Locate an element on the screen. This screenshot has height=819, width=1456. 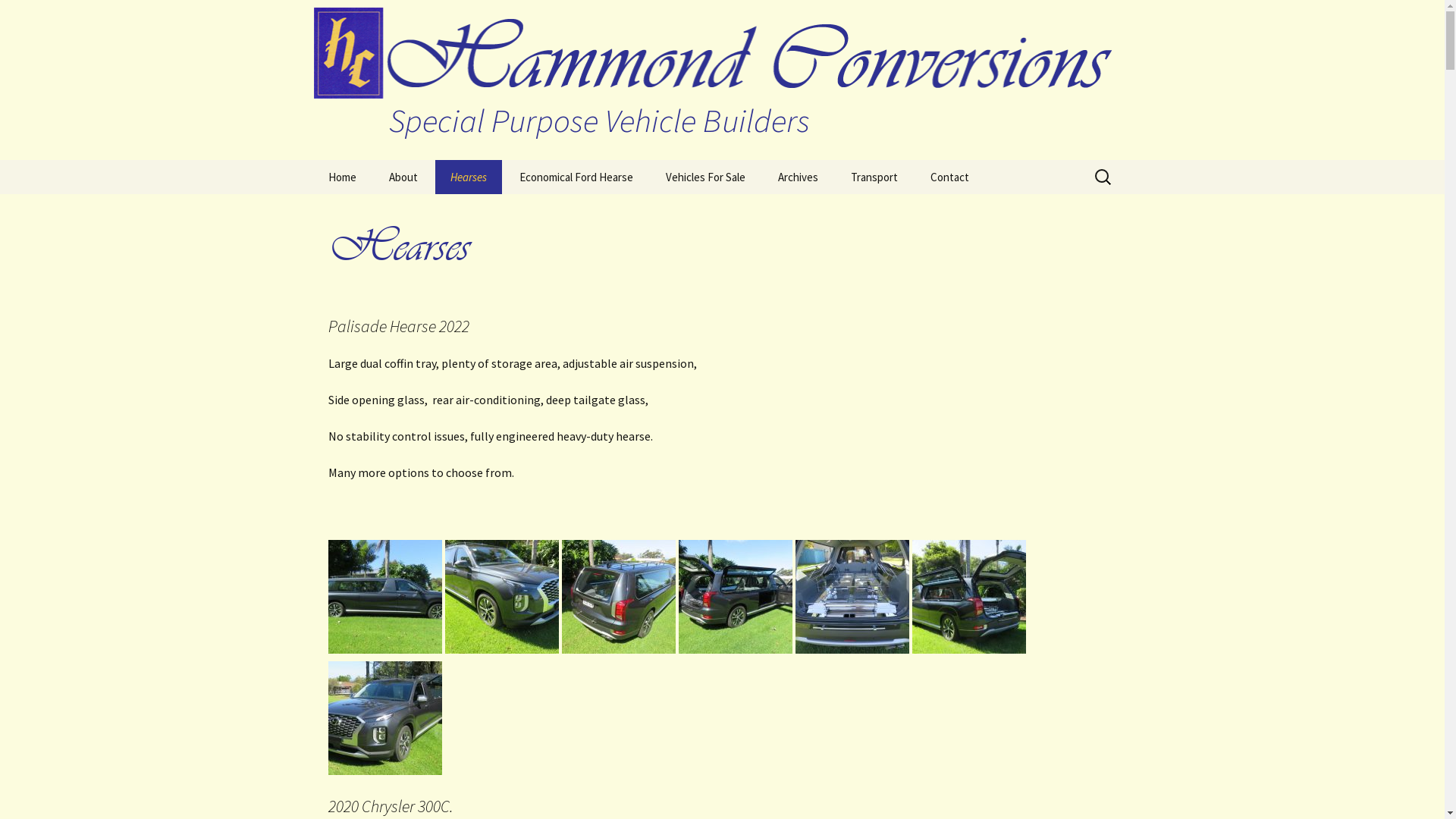
'About' is located at coordinates (403, 176).